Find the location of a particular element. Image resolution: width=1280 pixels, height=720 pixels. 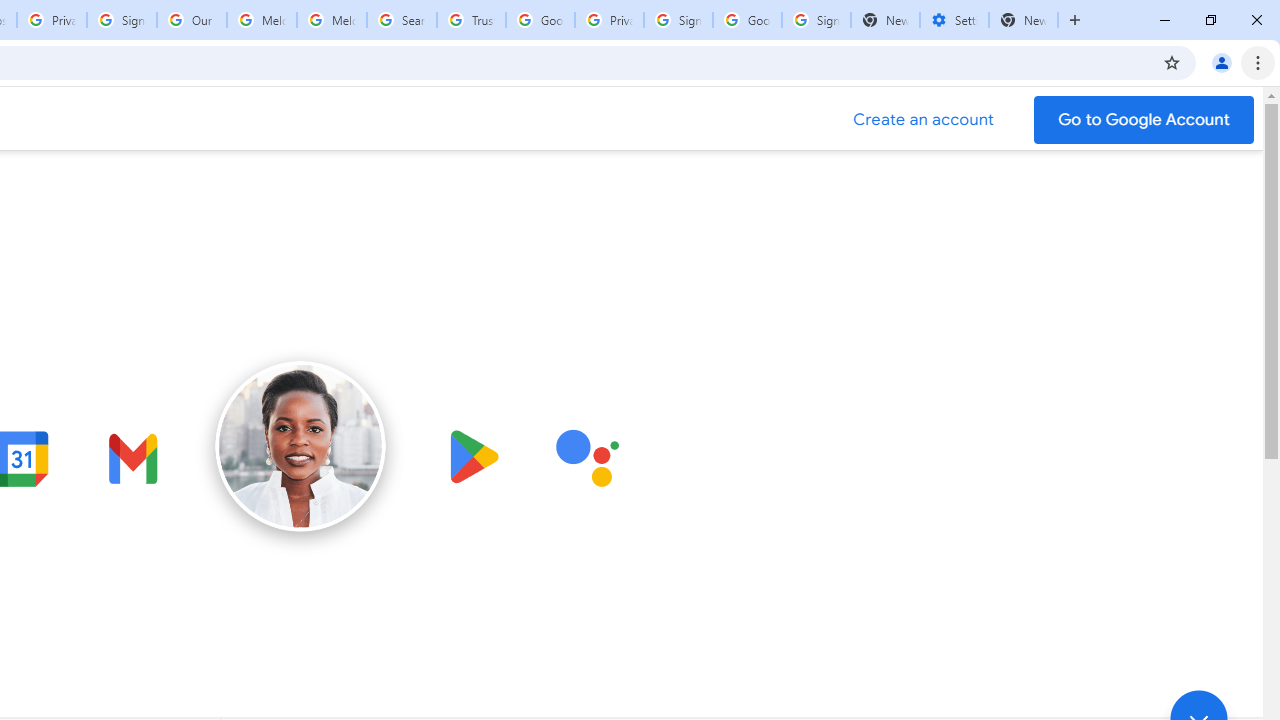

'Create a Google Account' is located at coordinates (923, 119).